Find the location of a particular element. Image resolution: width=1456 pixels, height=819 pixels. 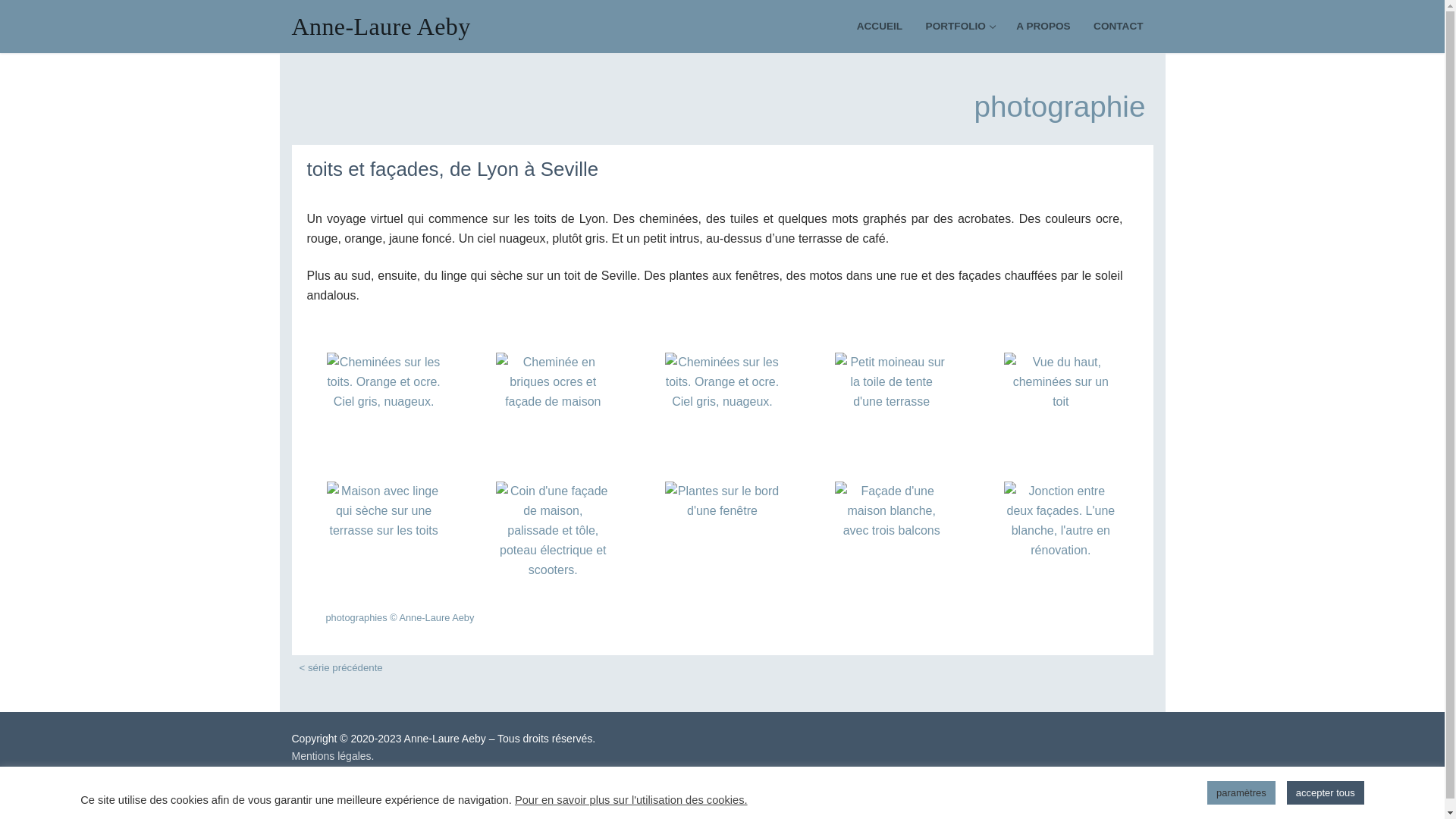

'Privacy Policy' is located at coordinates (520, 803).